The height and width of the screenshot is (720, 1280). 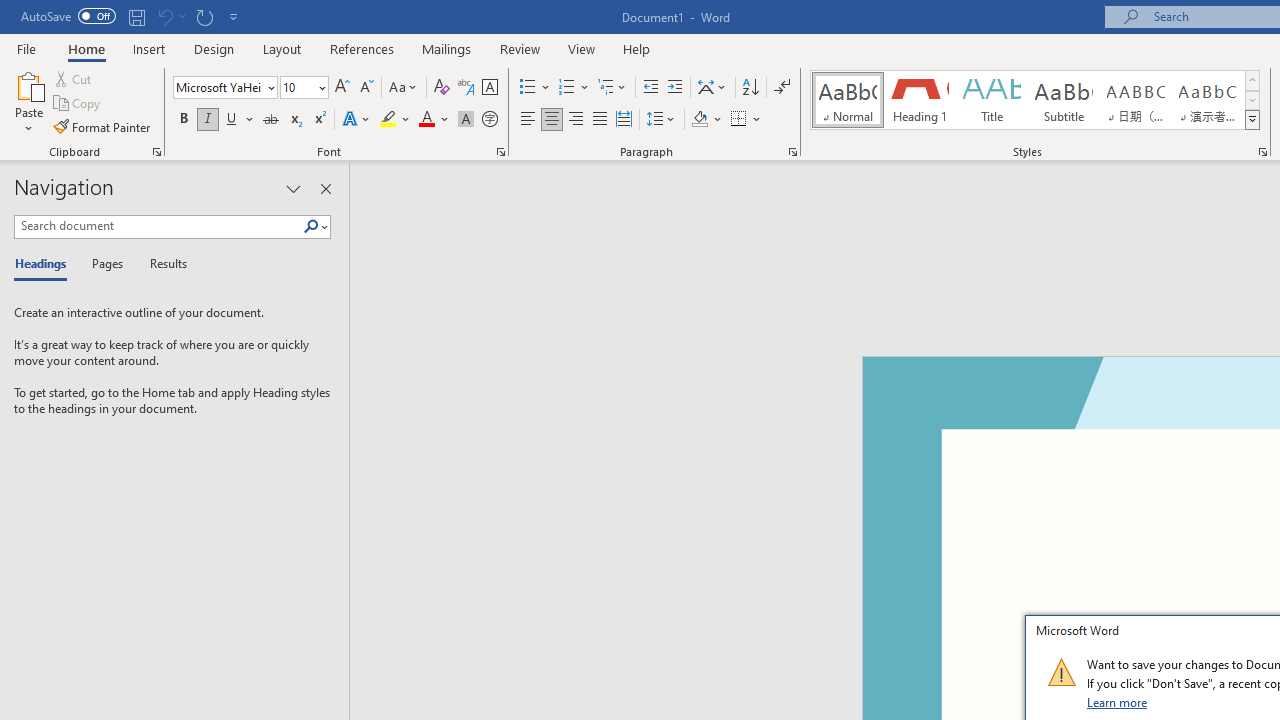 I want to click on 'Format Painter', so click(x=102, y=127).